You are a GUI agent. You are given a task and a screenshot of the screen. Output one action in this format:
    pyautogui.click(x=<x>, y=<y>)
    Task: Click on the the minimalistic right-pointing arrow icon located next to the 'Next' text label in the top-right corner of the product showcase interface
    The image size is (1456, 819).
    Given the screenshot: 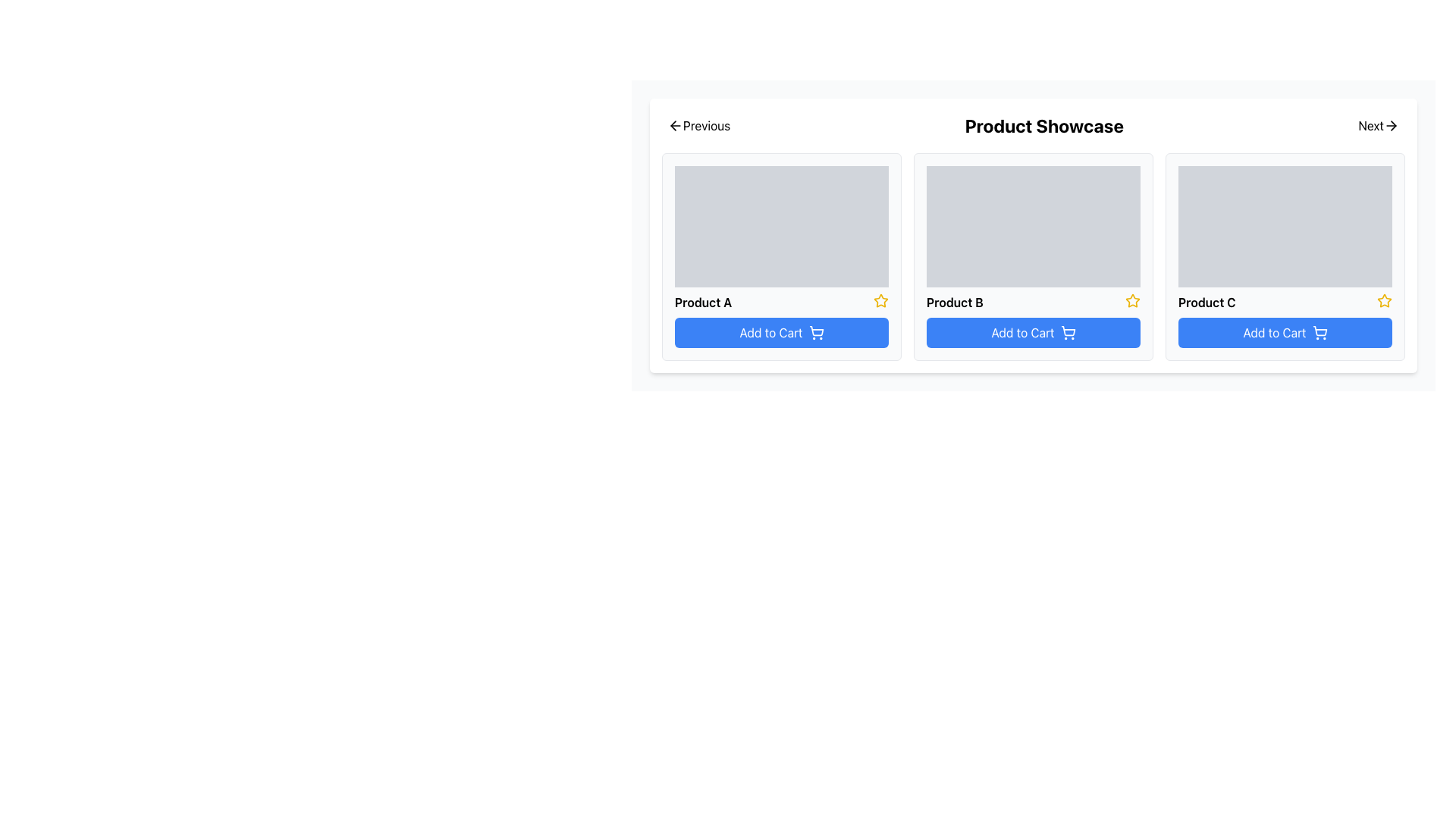 What is the action you would take?
    pyautogui.click(x=1391, y=124)
    